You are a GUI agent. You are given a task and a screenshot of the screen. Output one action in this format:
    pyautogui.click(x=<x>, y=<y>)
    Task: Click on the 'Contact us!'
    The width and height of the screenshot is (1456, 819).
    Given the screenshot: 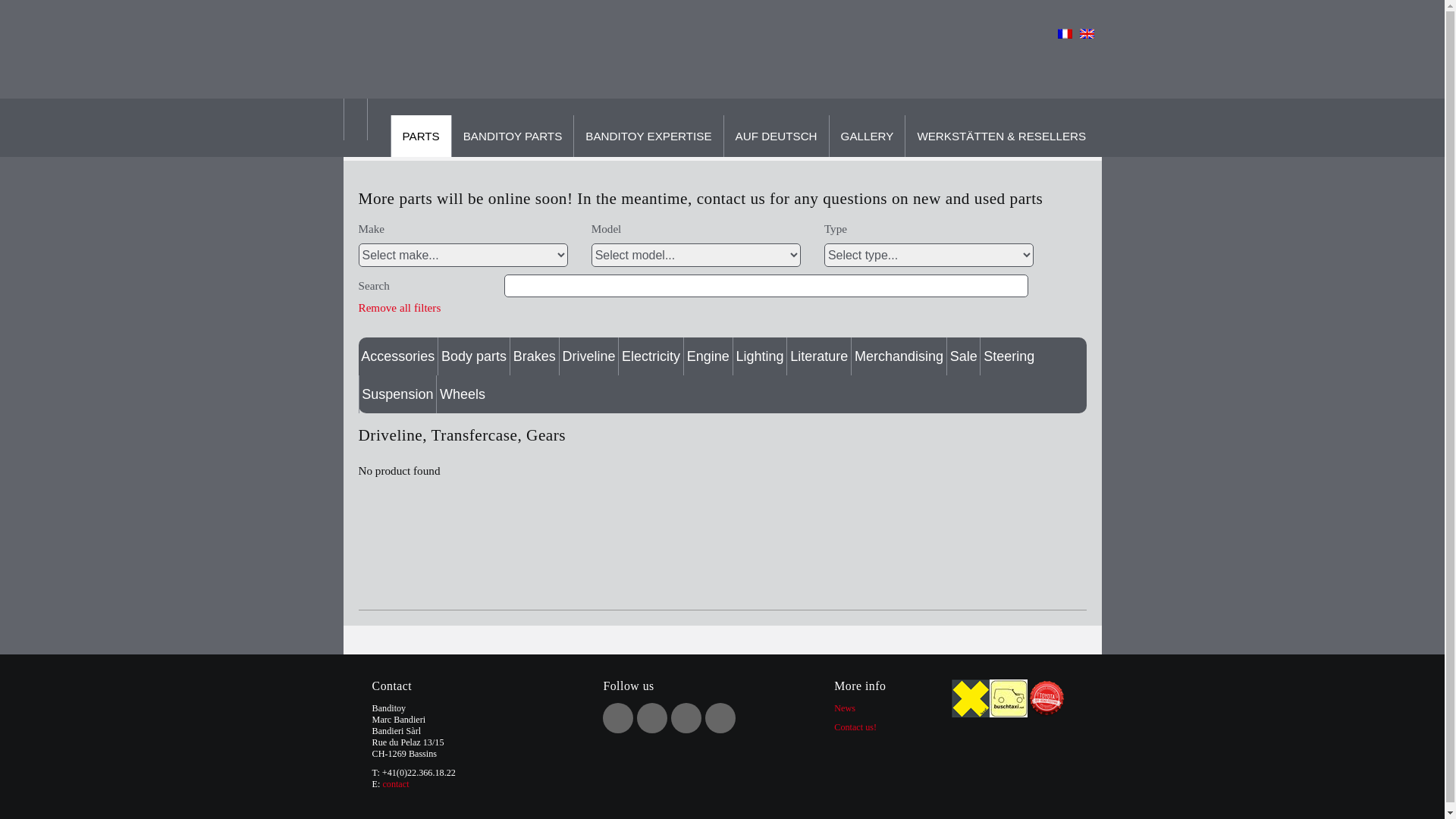 What is the action you would take?
    pyautogui.click(x=855, y=726)
    